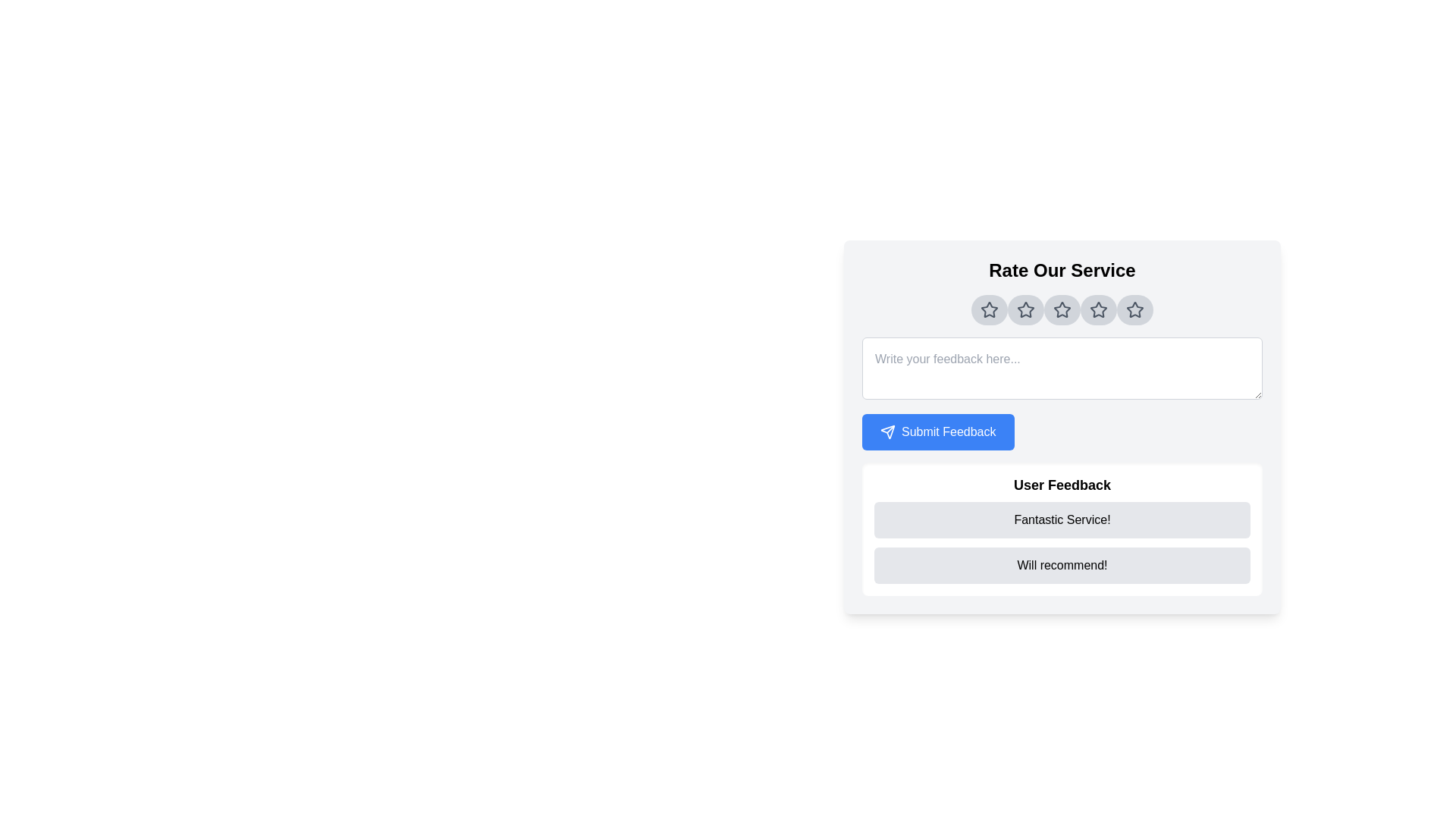  Describe the element at coordinates (888, 432) in the screenshot. I see `the 'Submit Feedback' button that contains the triangular paper airplane SVG icon to observe any interactive styling effects` at that location.